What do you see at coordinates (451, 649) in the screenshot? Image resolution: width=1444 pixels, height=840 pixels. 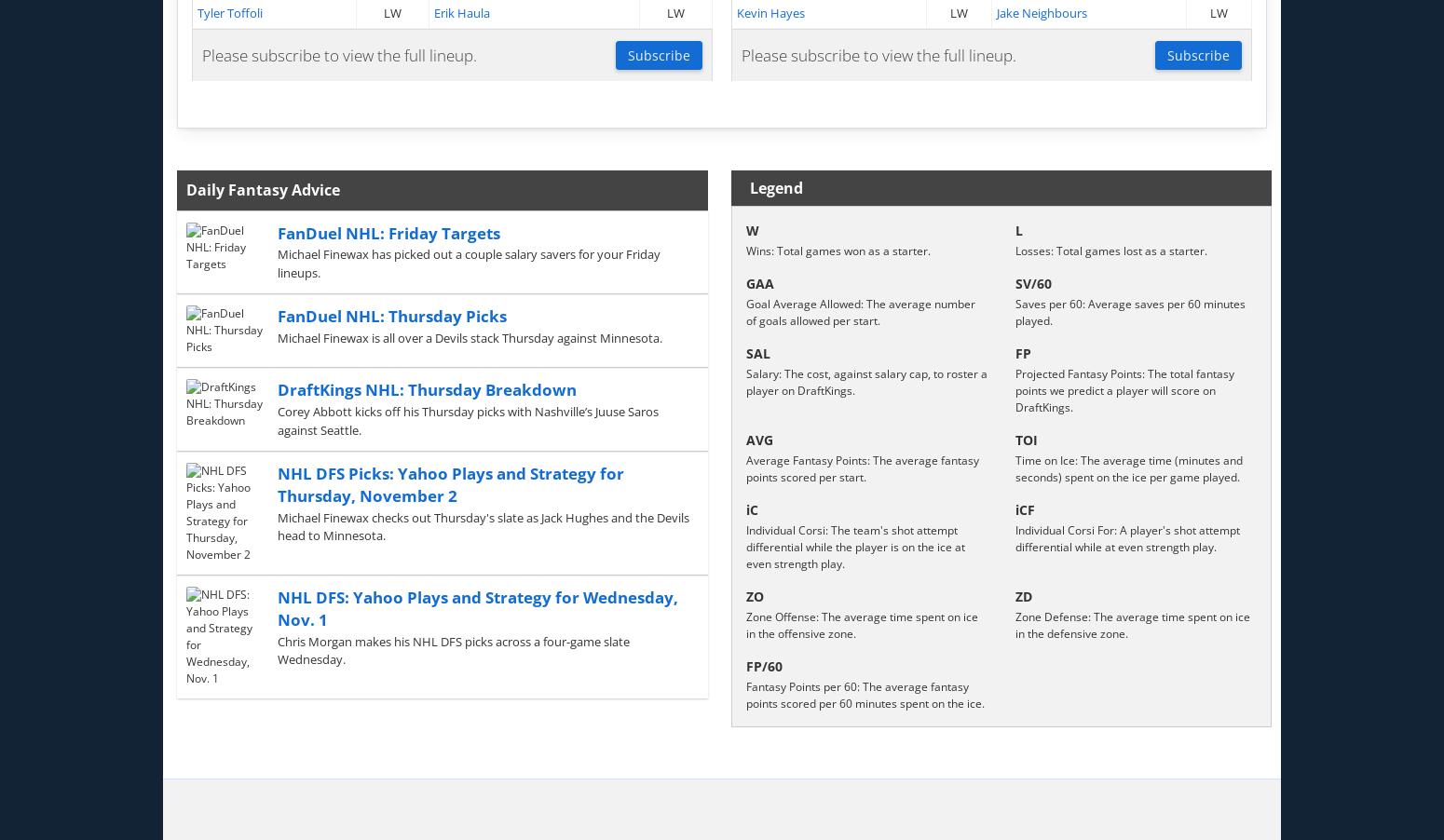 I see `'Chris Morgan makes his NHL DFS picks across a four-game slate Wednesday.'` at bounding box center [451, 649].